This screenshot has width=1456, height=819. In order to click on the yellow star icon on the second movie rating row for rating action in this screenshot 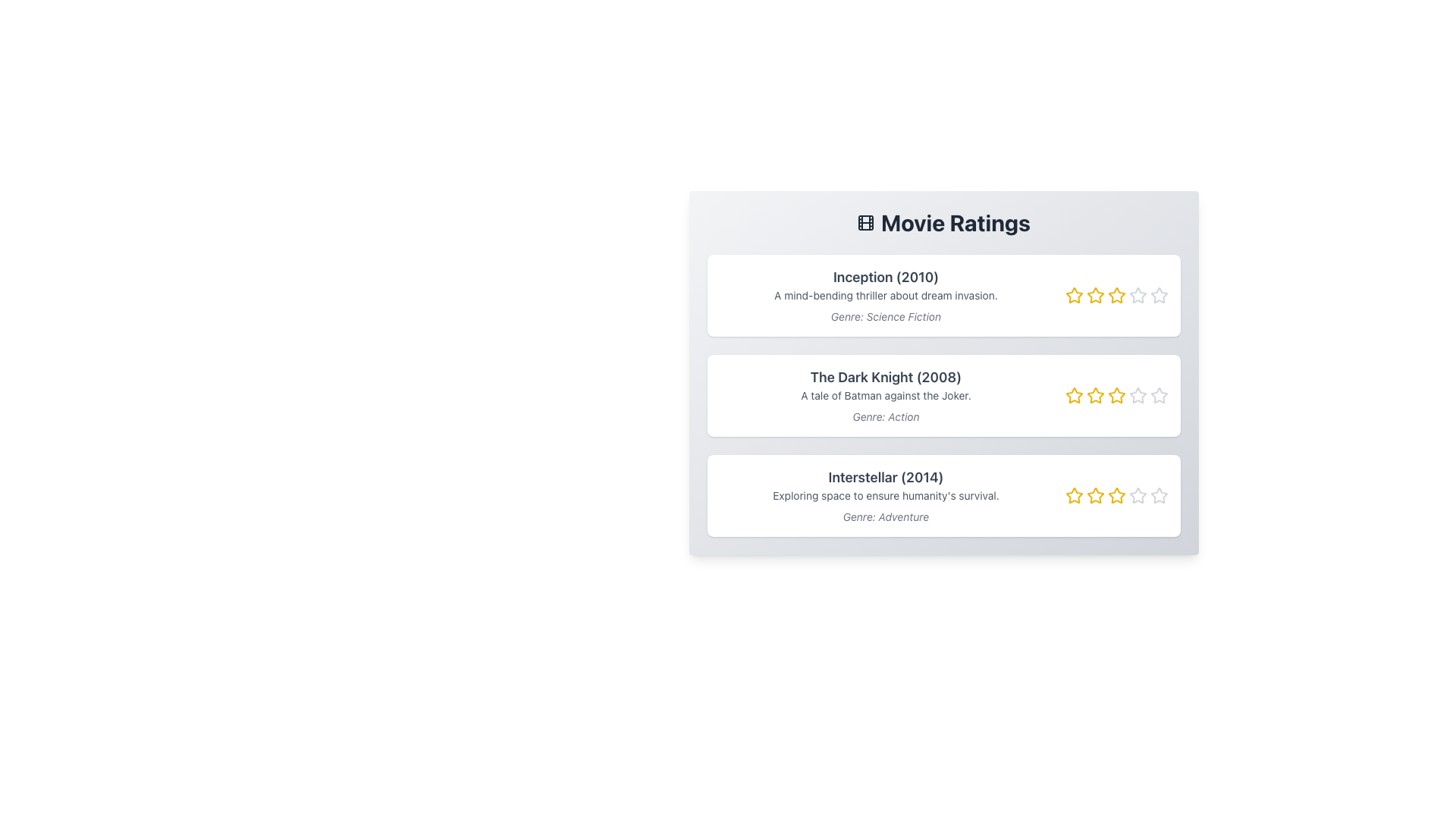, I will do `click(1073, 394)`.